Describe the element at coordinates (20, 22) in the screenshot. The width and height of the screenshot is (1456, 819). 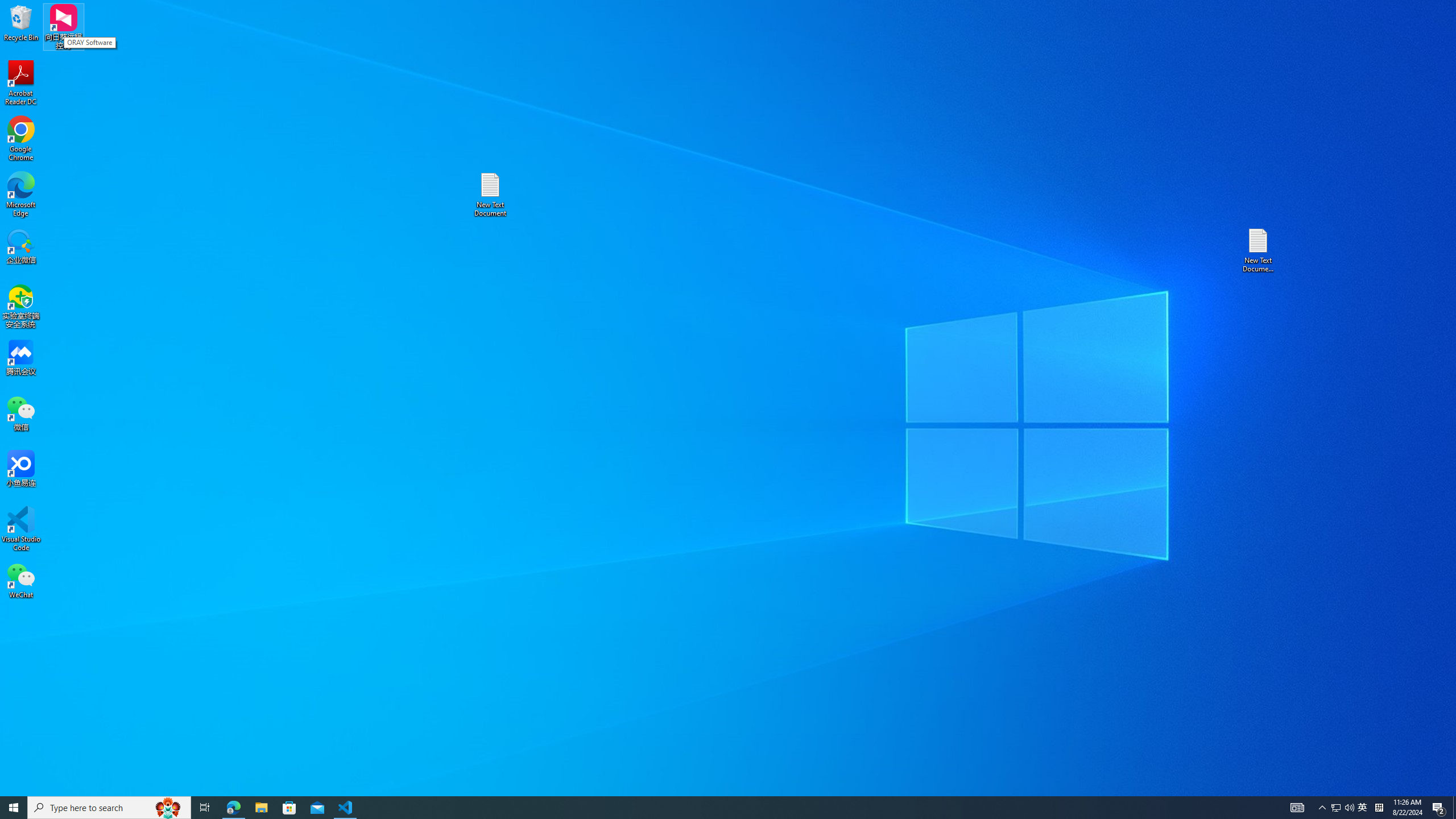
I see `'Recycle Bin'` at that location.